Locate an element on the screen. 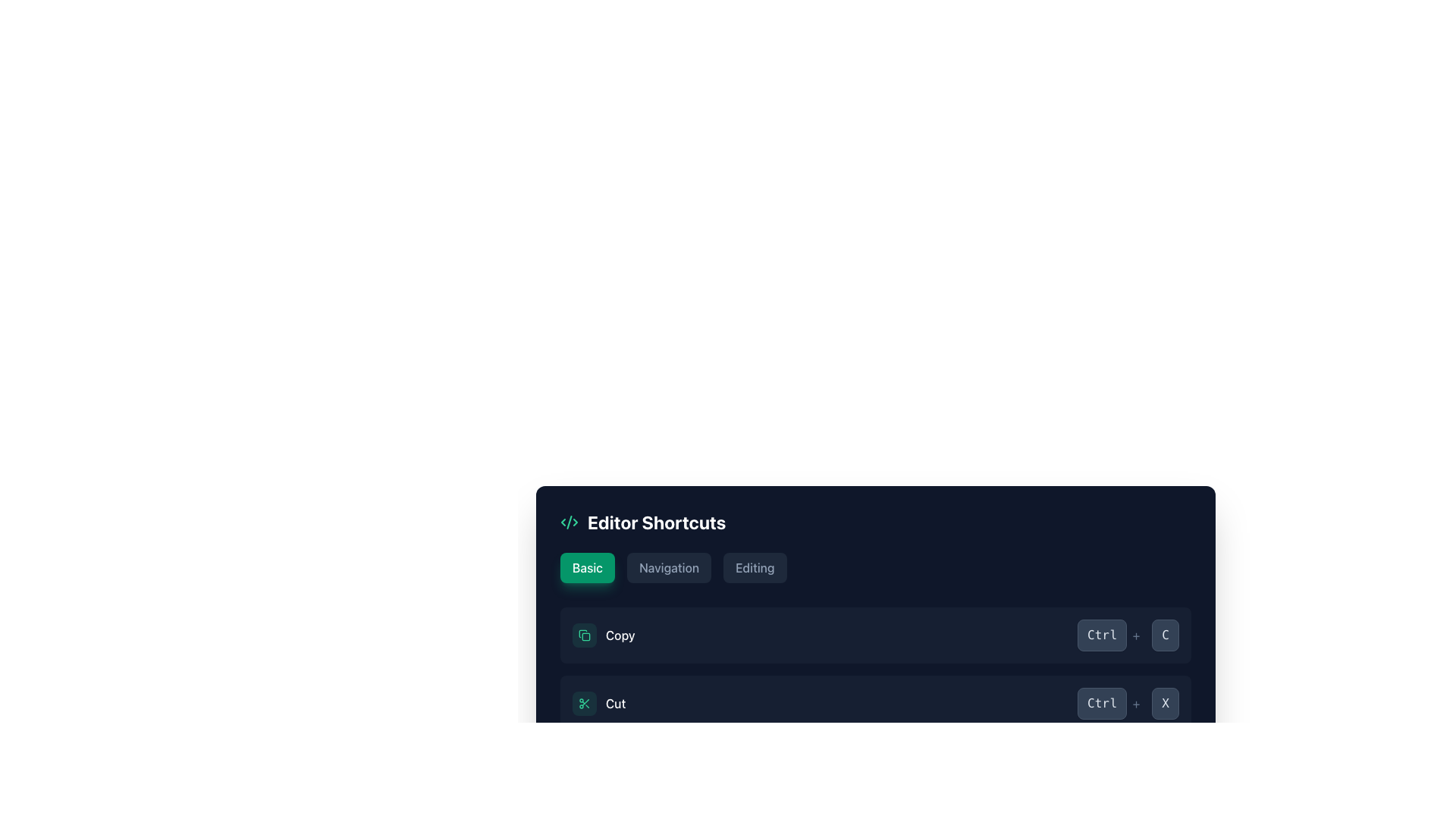 The image size is (1456, 819). the button-like label labeled 'Ctrl' with a dark slate gray background located in the bottom-right portion of the 'Editor Shortcuts' section is located at coordinates (1102, 704).